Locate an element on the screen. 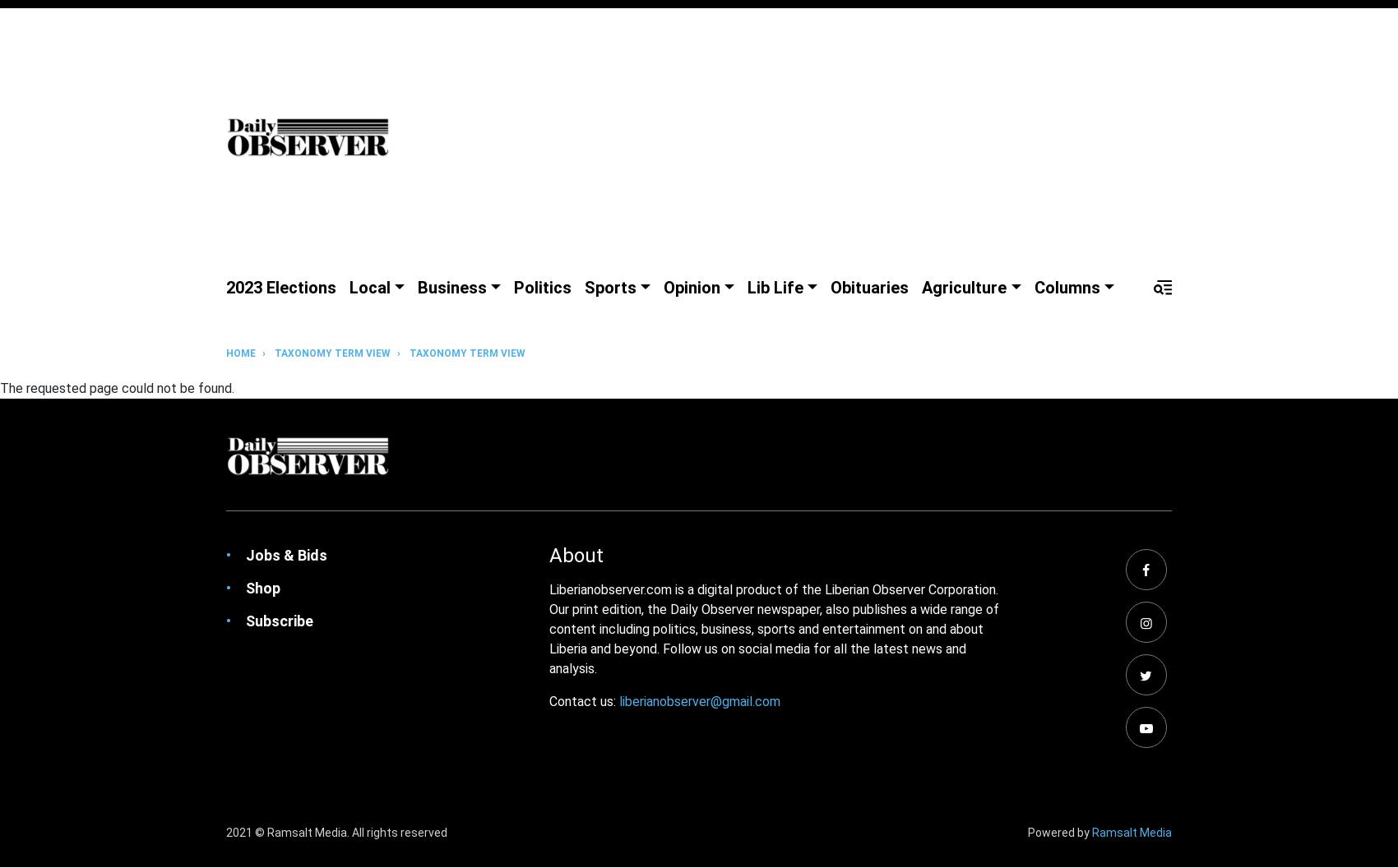 The width and height of the screenshot is (1398, 868). 'Liberianobserver.com is a digital product of the Liberian Observer Corporation. Our print edition, the Daily Observer newspaper, also publishes a wide range of content including politics, business, sports and entertainment on and about Liberia and beyond. Follow us on social media for all the latest news and analysis.' is located at coordinates (774, 628).